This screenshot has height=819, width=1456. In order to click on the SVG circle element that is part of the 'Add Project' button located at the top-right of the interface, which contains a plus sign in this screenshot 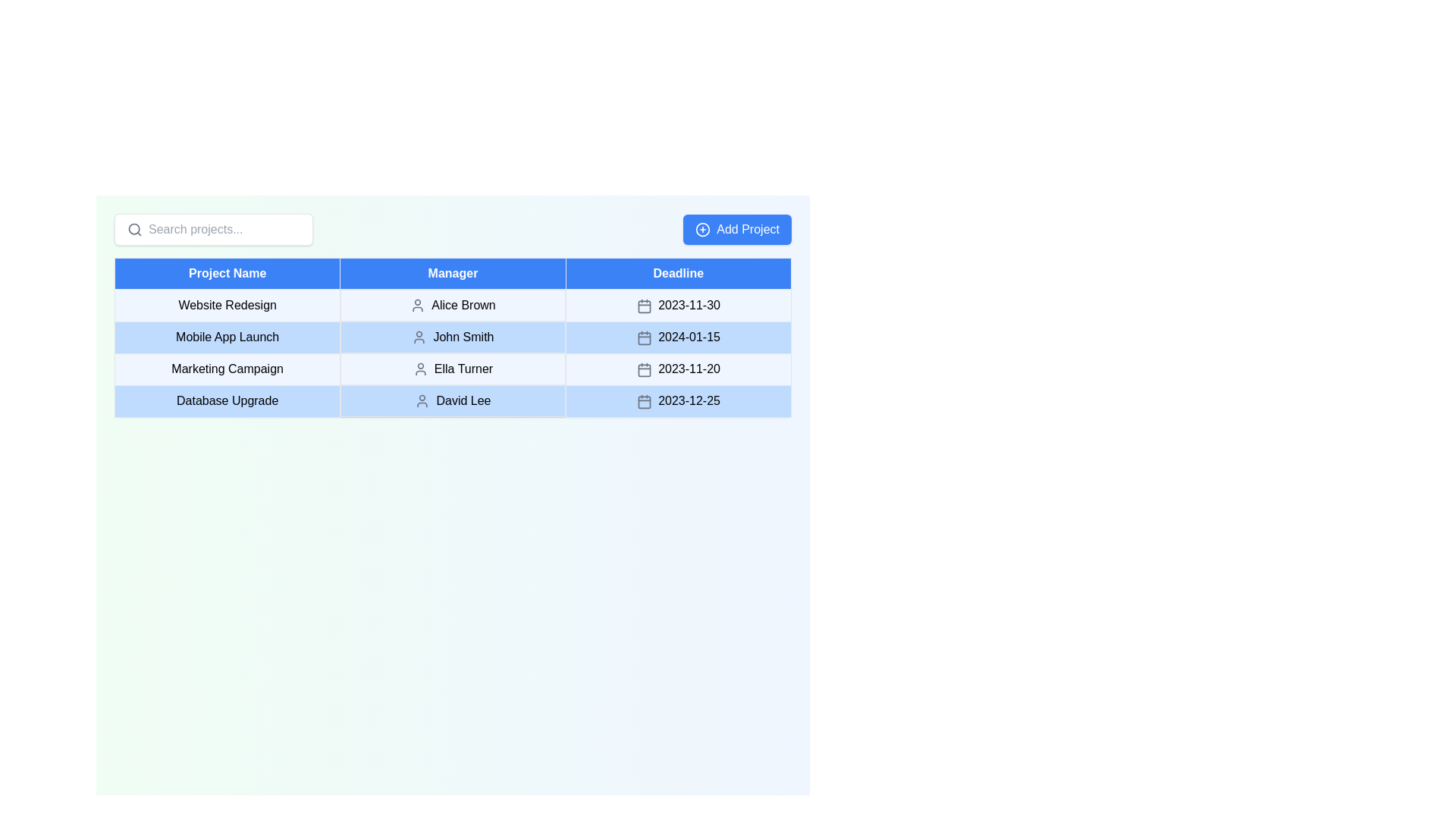, I will do `click(702, 230)`.